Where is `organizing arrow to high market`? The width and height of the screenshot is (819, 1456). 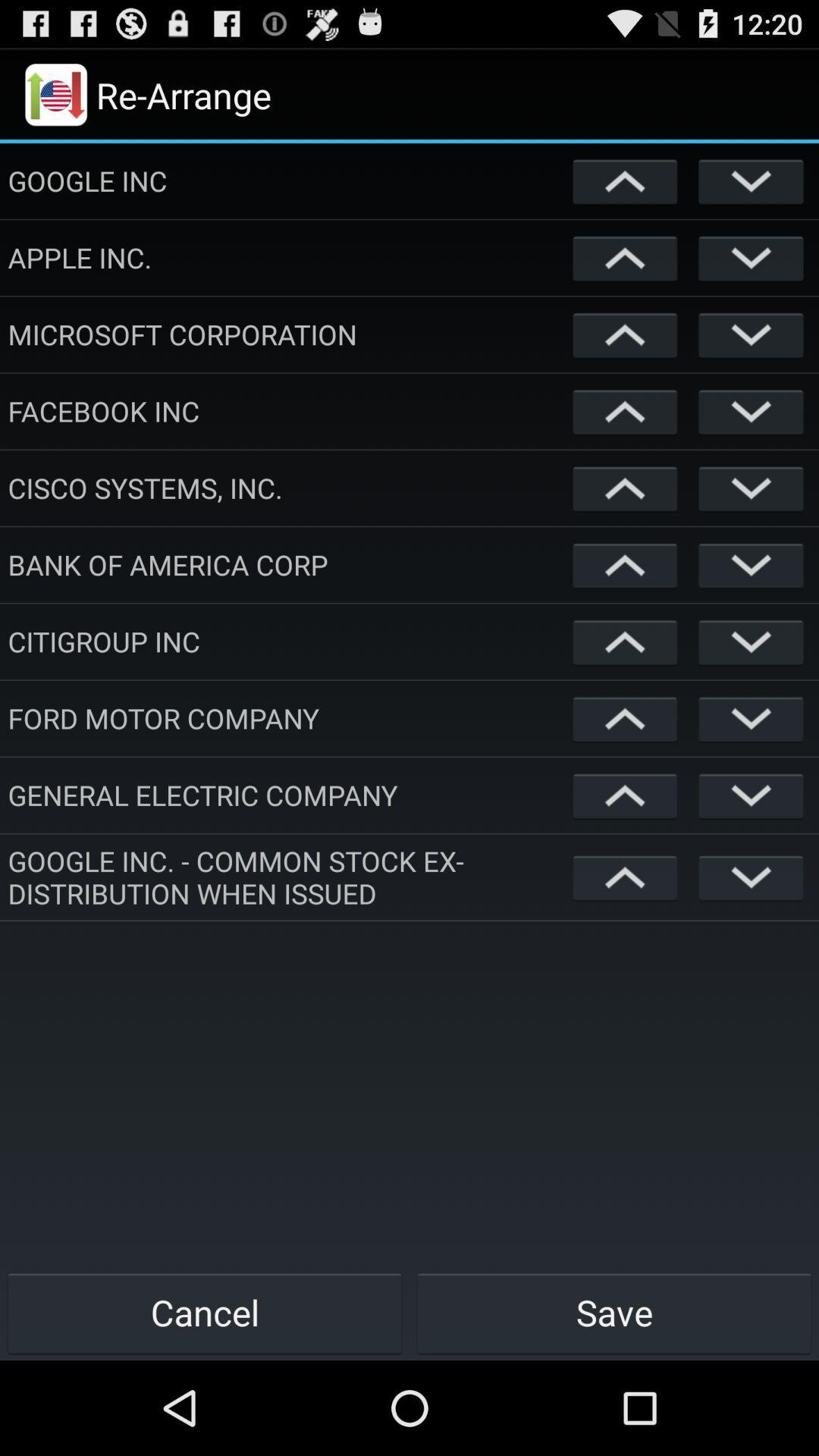 organizing arrow to high market is located at coordinates (625, 877).